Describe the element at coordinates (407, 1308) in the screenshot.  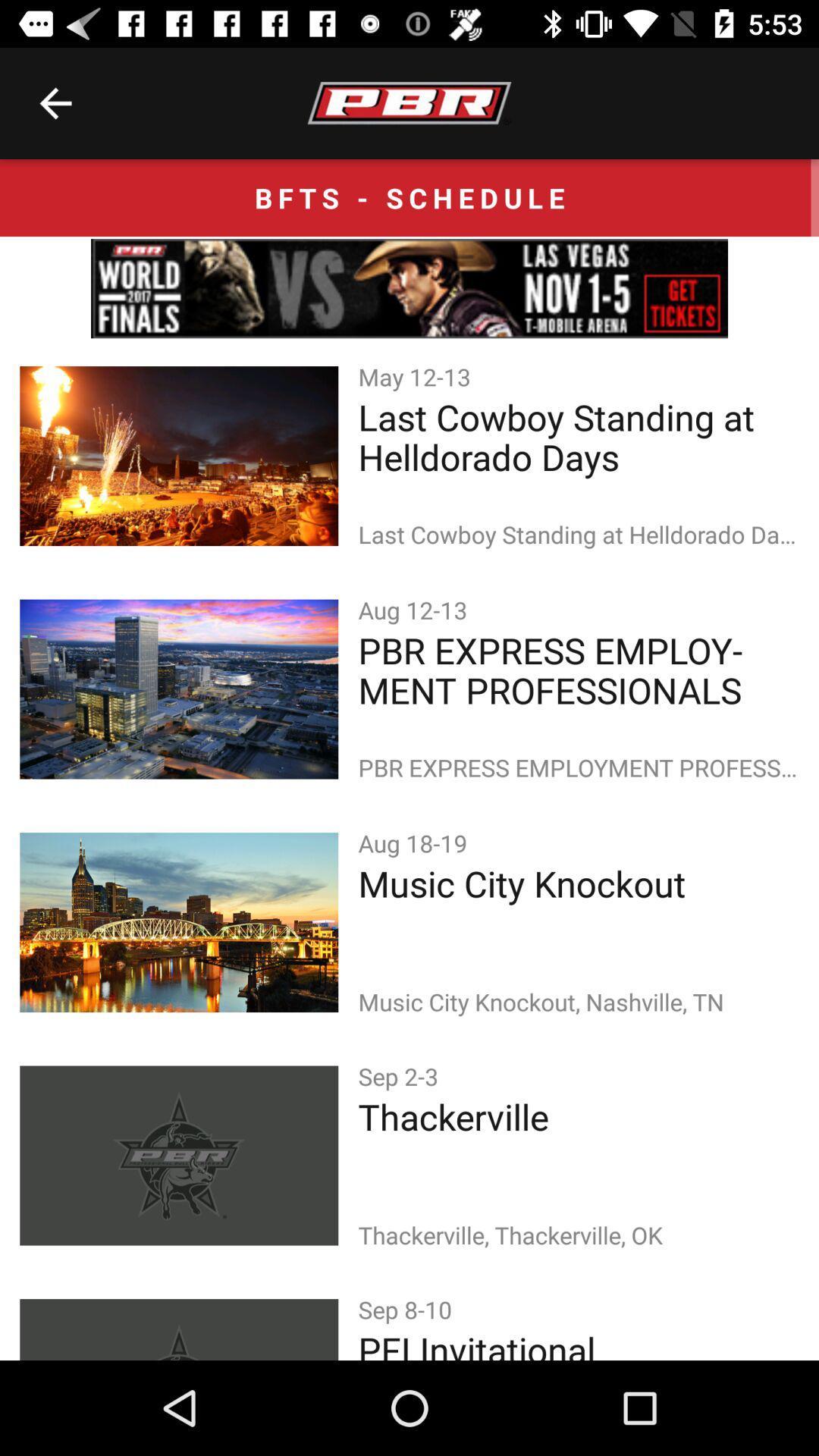
I see `icon above the pfi invitational item` at that location.